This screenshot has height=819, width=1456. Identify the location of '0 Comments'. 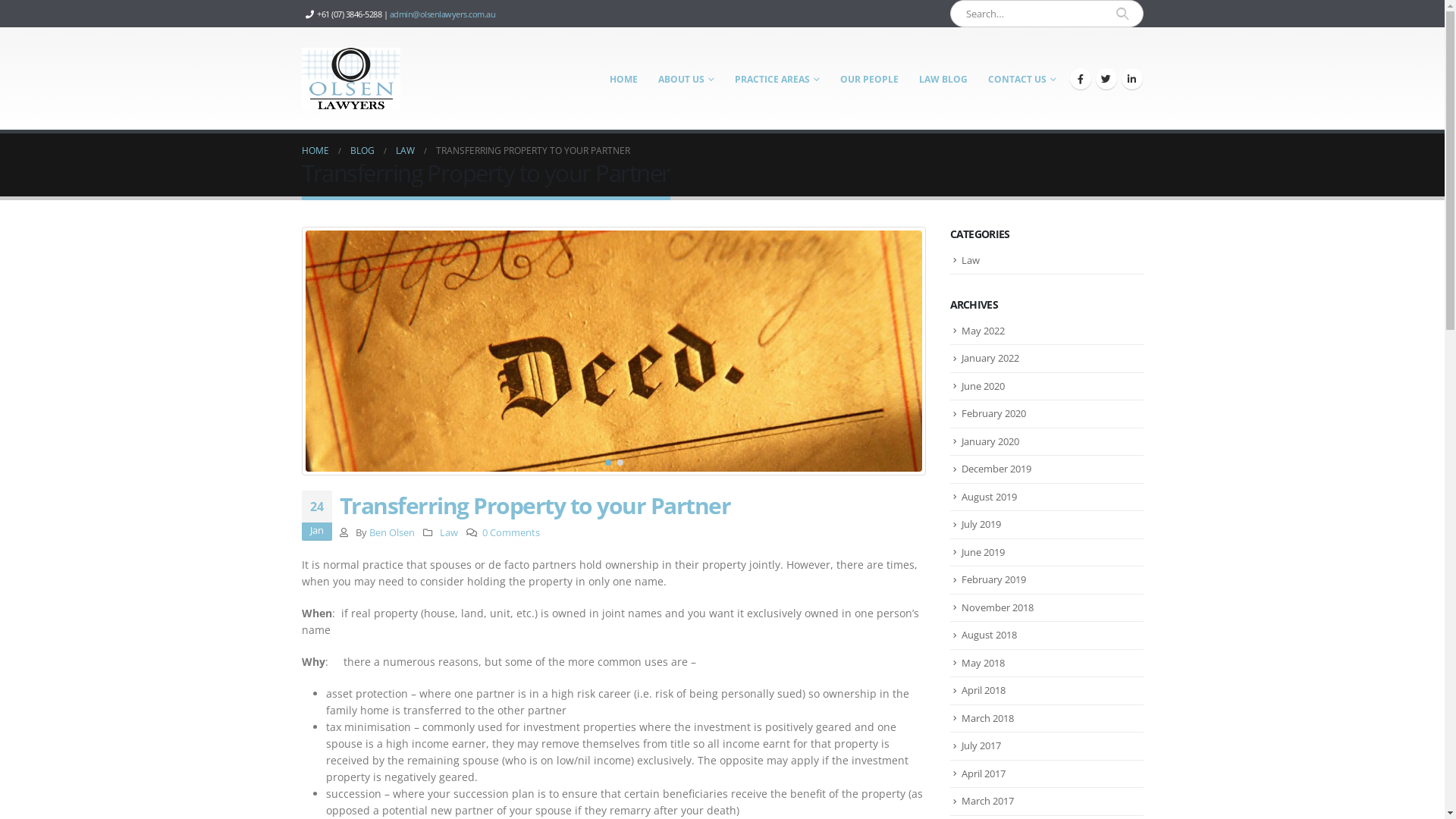
(510, 532).